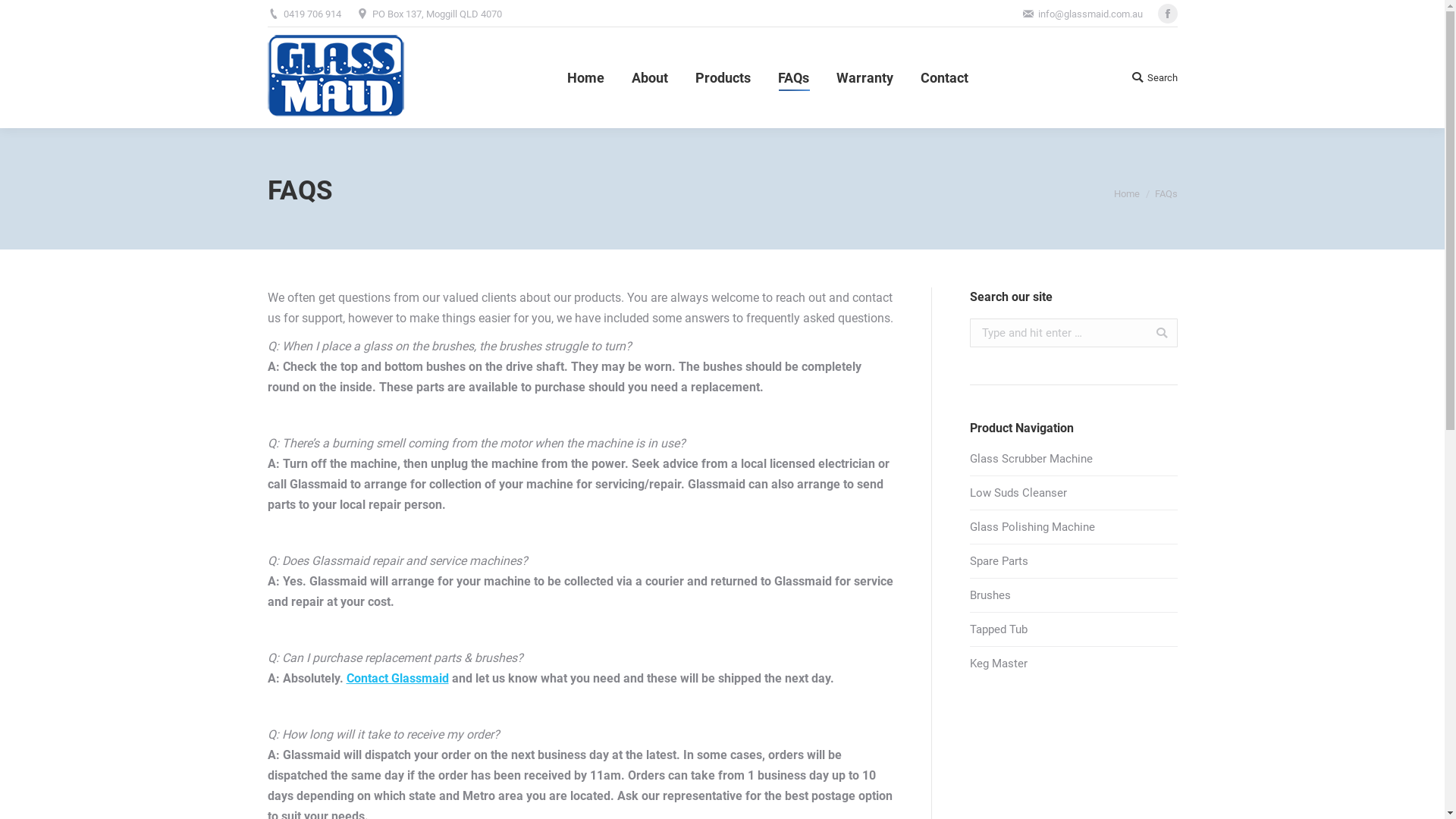  What do you see at coordinates (585, 77) in the screenshot?
I see `'Home'` at bounding box center [585, 77].